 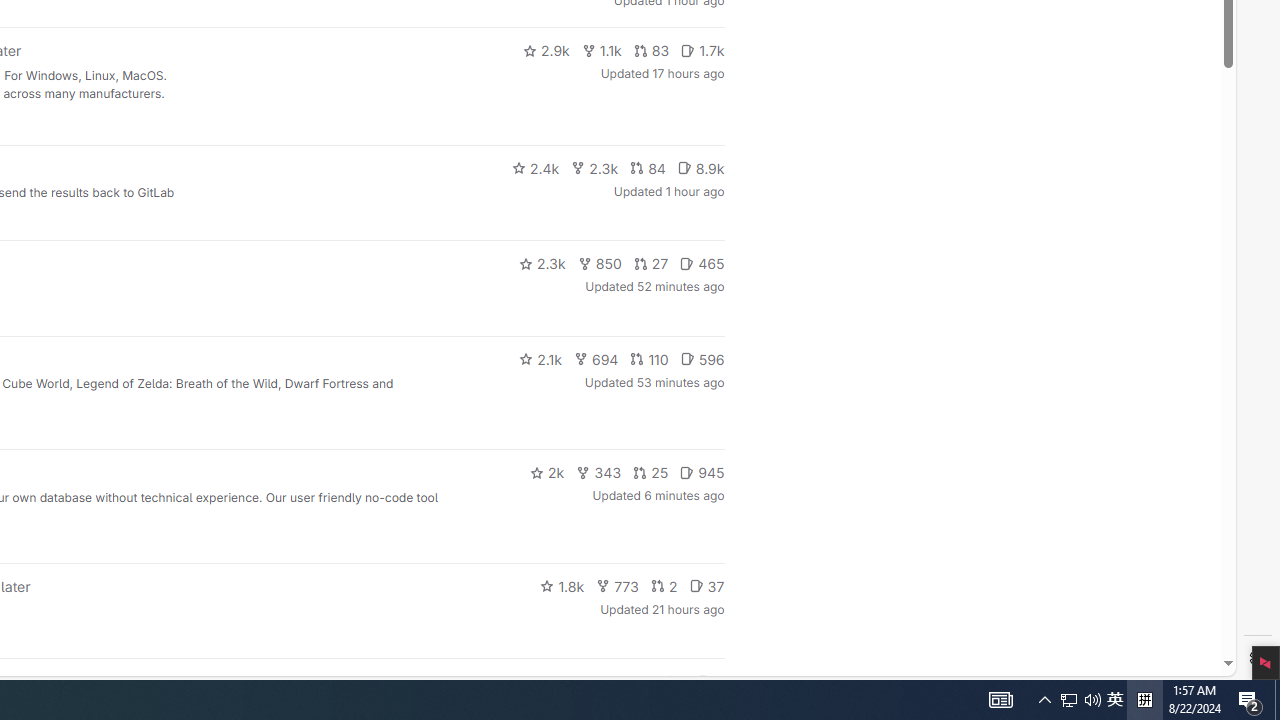 I want to click on '343', so click(x=598, y=473).